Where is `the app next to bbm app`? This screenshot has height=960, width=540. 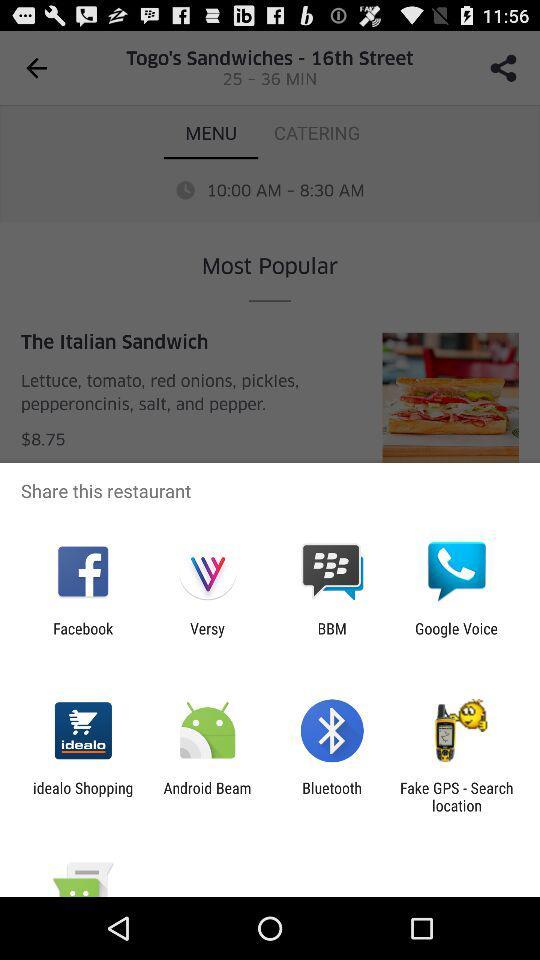
the app next to bbm app is located at coordinates (456, 636).